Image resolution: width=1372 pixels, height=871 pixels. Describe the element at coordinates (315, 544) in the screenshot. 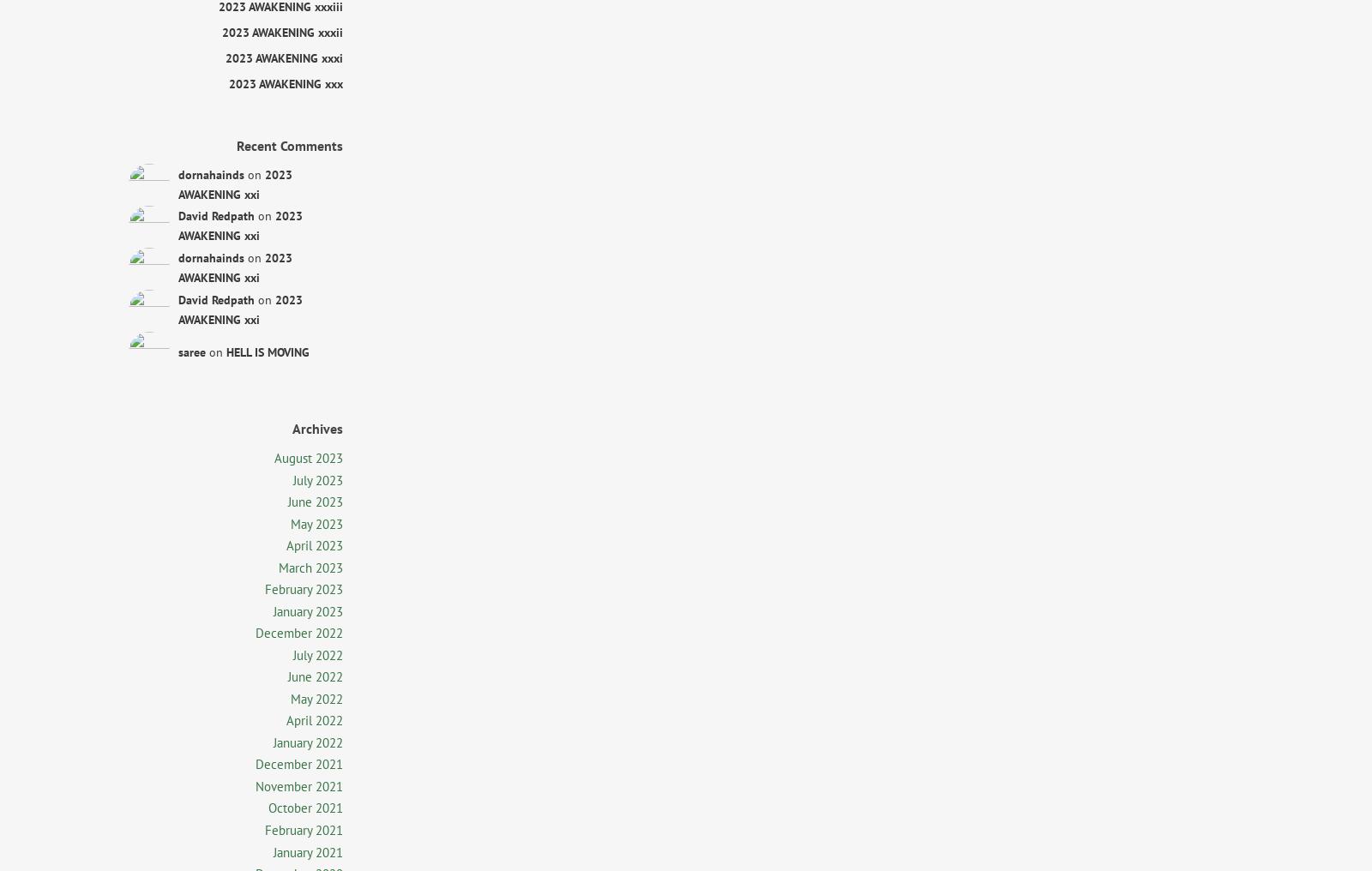

I see `'April 2023'` at that location.